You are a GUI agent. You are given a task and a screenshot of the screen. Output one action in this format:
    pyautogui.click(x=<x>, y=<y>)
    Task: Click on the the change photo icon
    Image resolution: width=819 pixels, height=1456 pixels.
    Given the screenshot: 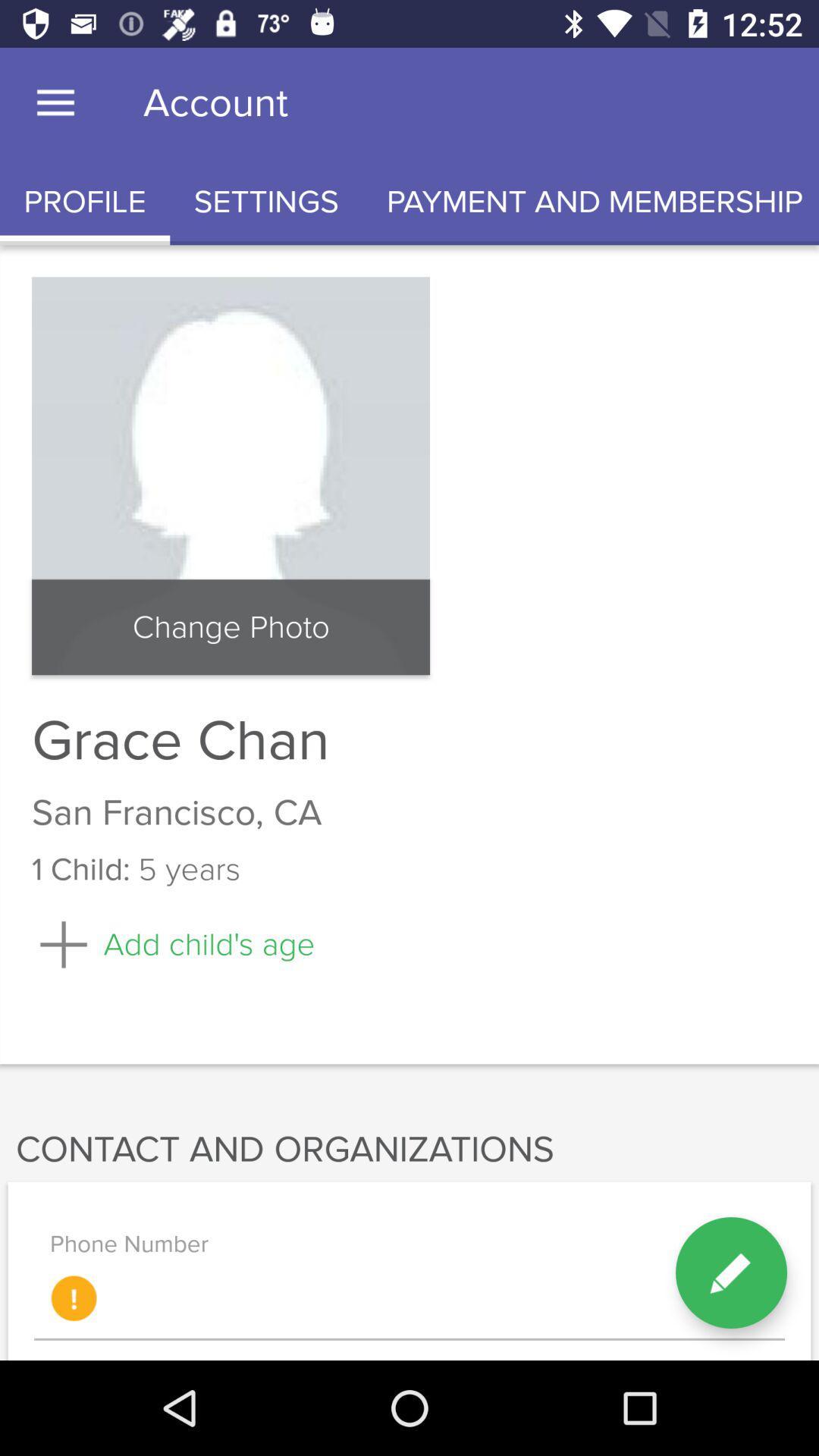 What is the action you would take?
    pyautogui.click(x=231, y=627)
    